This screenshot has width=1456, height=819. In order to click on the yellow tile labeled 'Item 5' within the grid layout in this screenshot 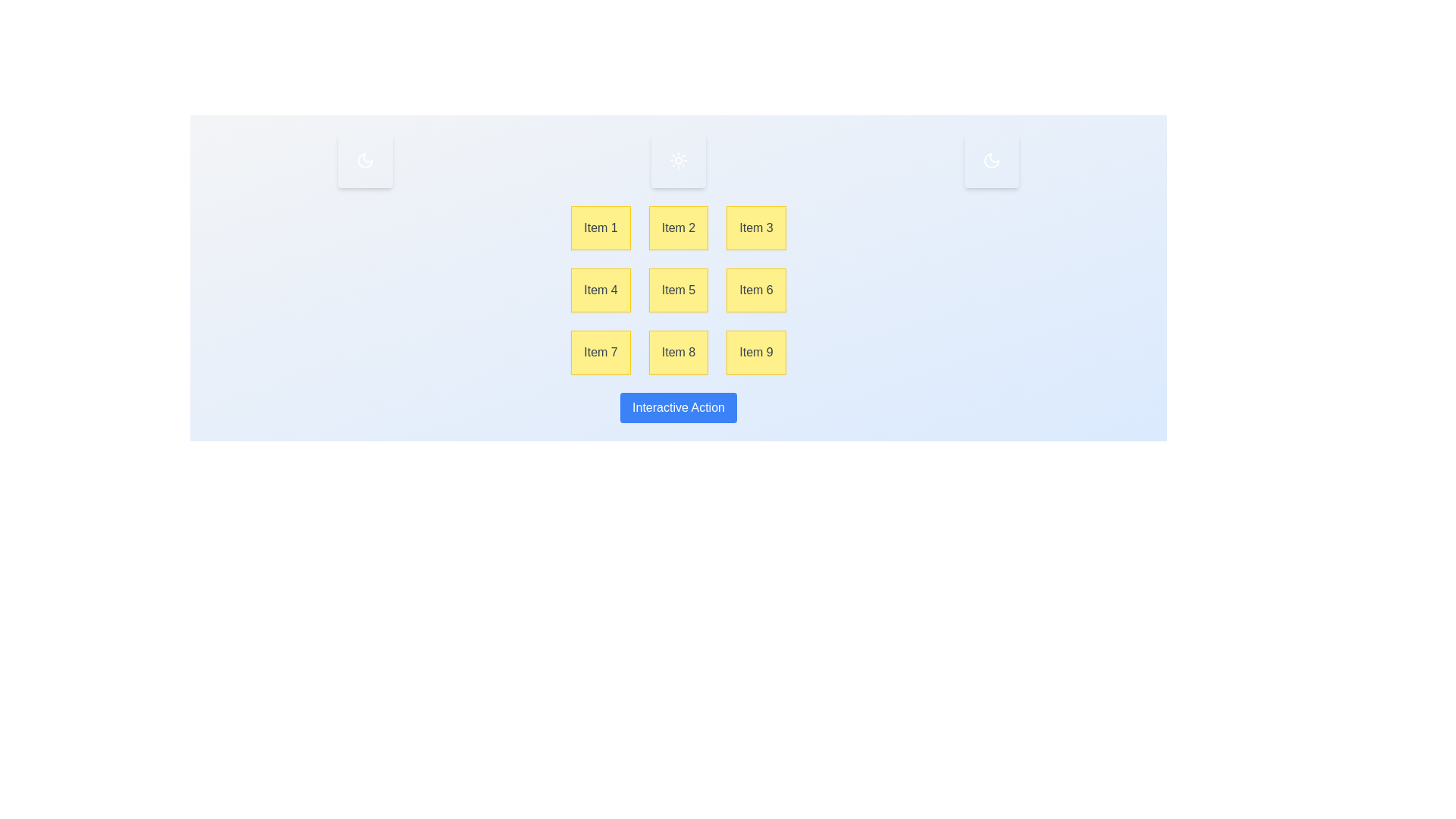, I will do `click(677, 290)`.